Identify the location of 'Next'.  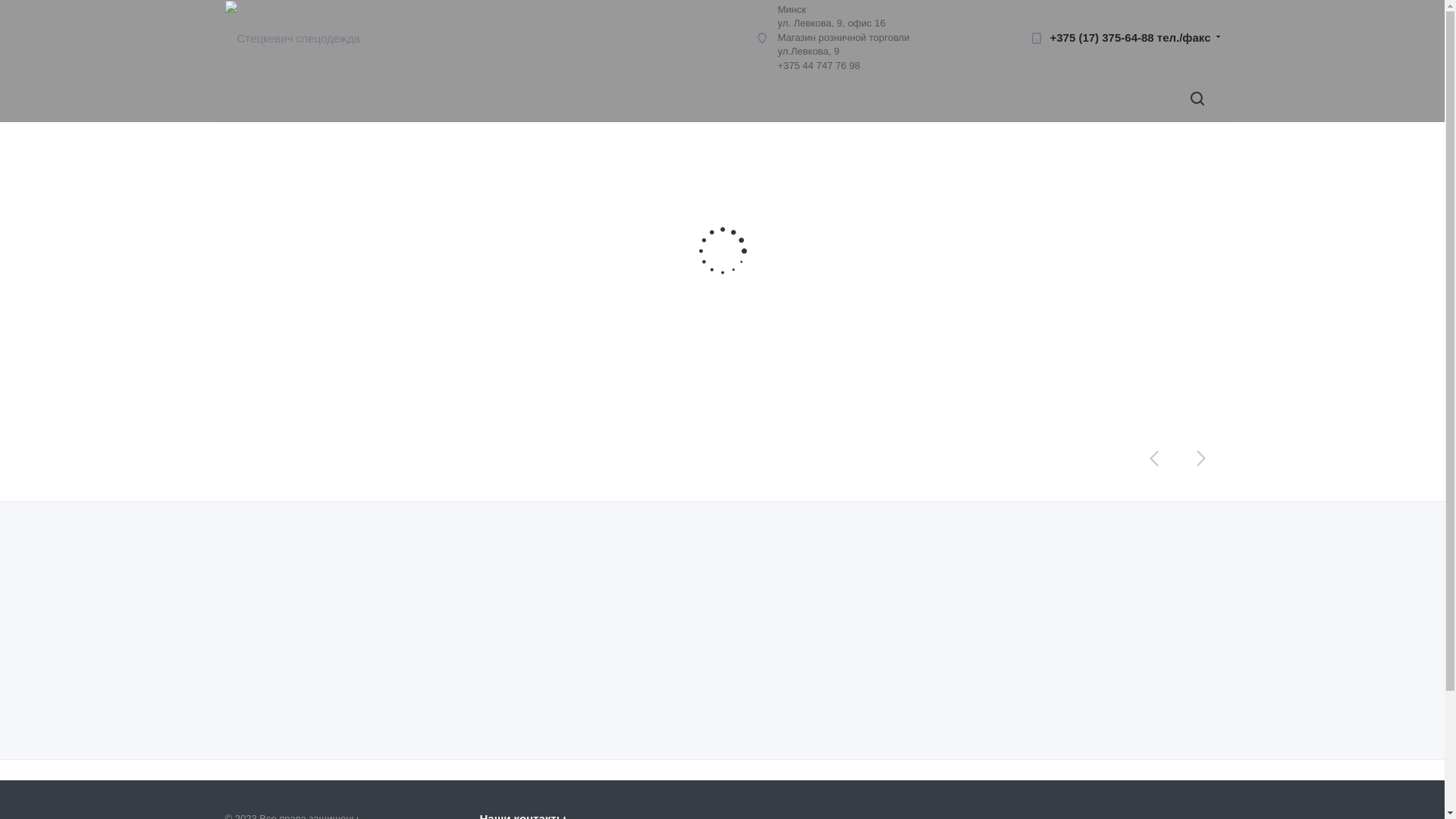
(1200, 457).